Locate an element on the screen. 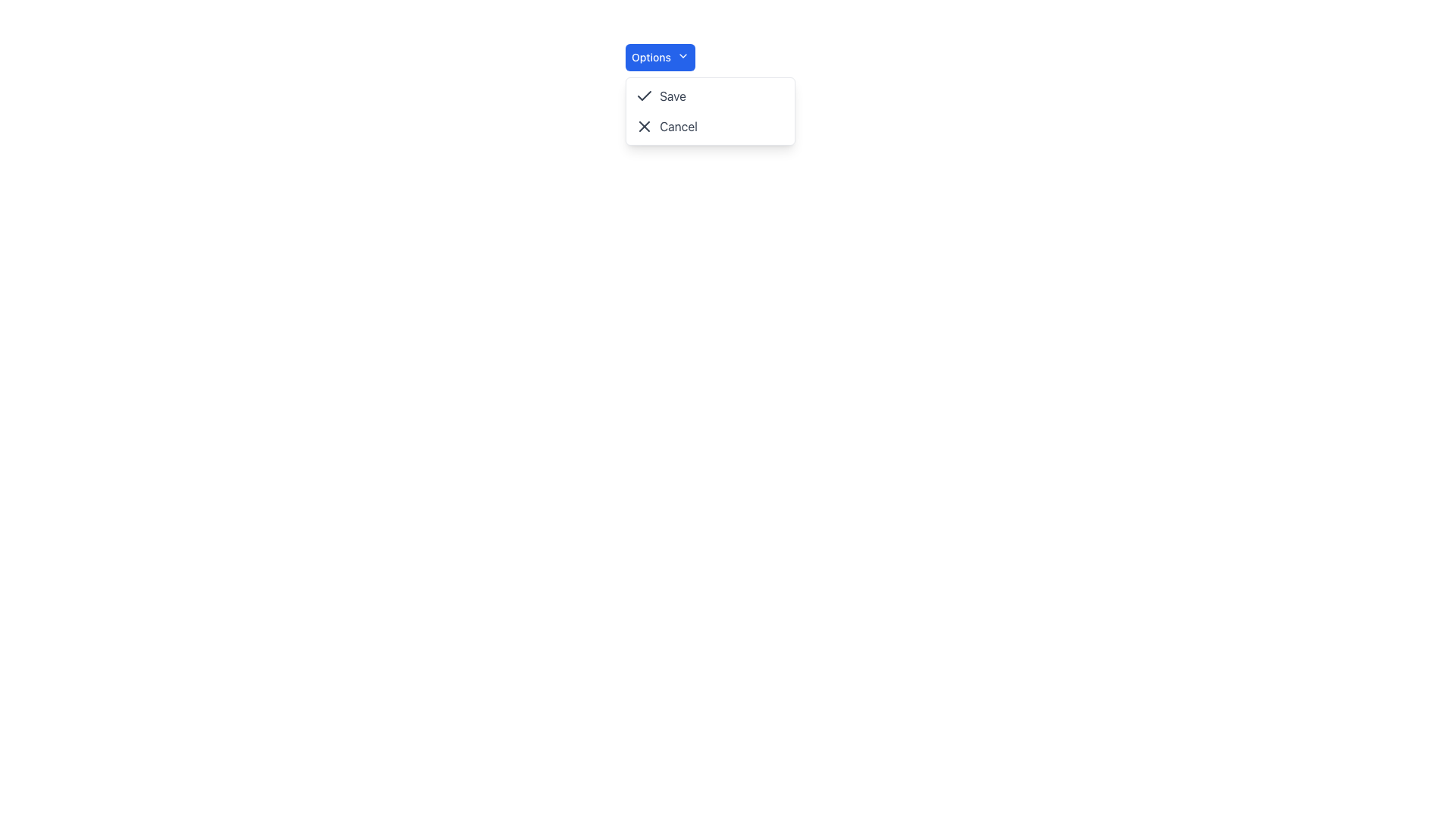 Image resolution: width=1456 pixels, height=819 pixels. the dropdown icon is located at coordinates (682, 55).